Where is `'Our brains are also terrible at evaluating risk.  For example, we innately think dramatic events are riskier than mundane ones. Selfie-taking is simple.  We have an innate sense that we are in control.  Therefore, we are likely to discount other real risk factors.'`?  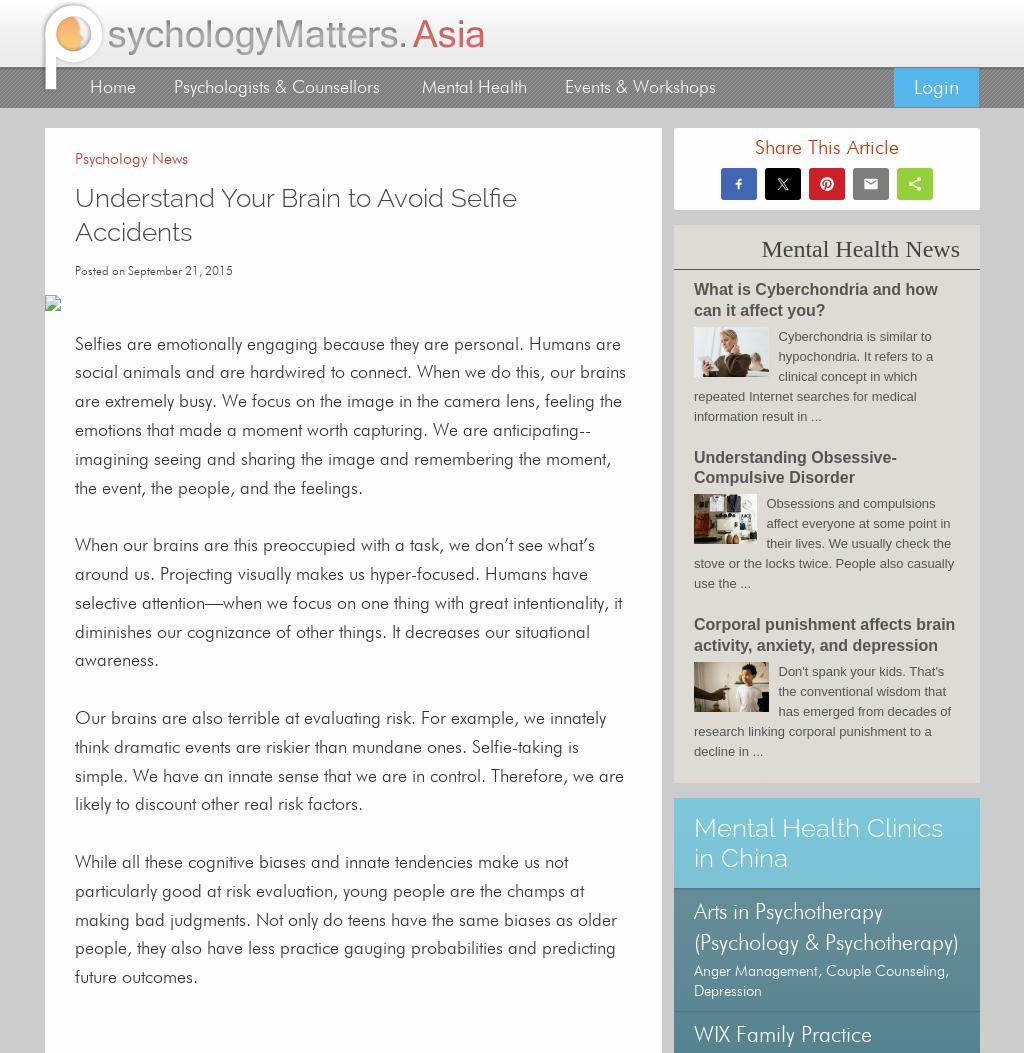 'Our brains are also terrible at evaluating risk.  For example, we innately think dramatic events are riskier than mundane ones. Selfie-taking is simple.  We have an innate sense that we are in control.  Therefore, we are likely to discount other real risk factors.' is located at coordinates (73, 760).